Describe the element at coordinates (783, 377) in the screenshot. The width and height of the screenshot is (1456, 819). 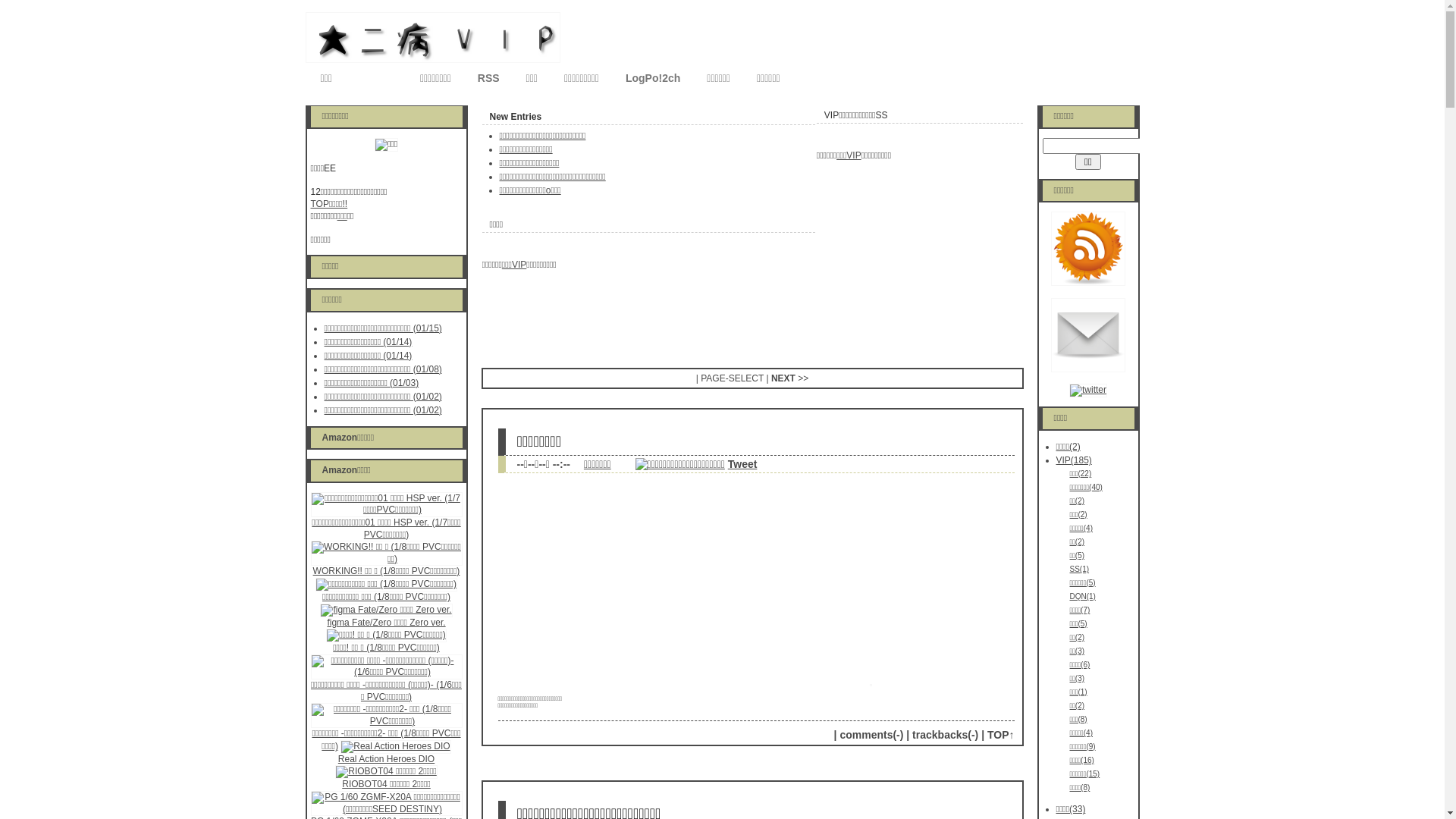
I see `'NEXT'` at that location.